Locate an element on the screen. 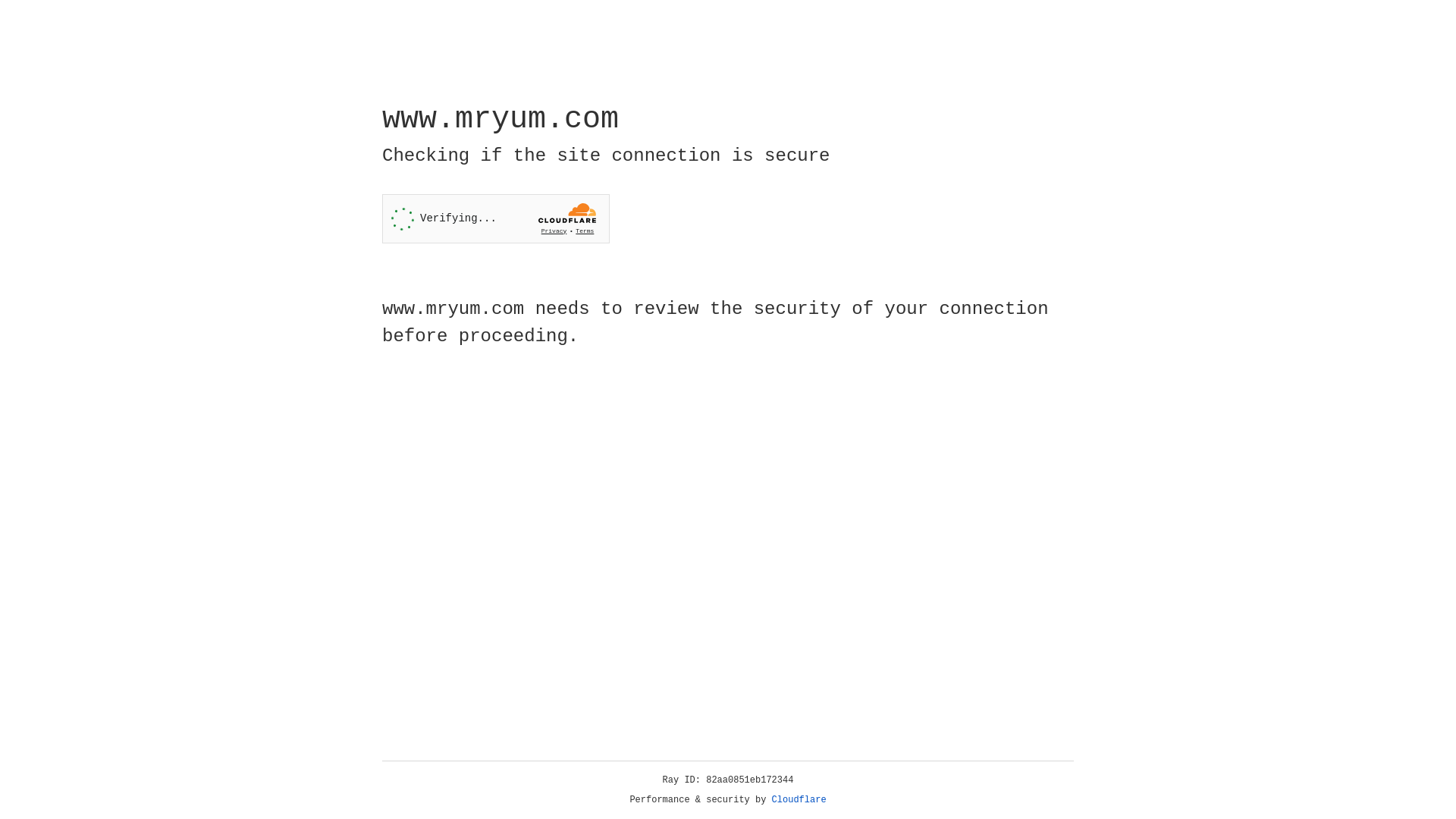 This screenshot has width=1456, height=819. 'Cloudflare' is located at coordinates (799, 799).